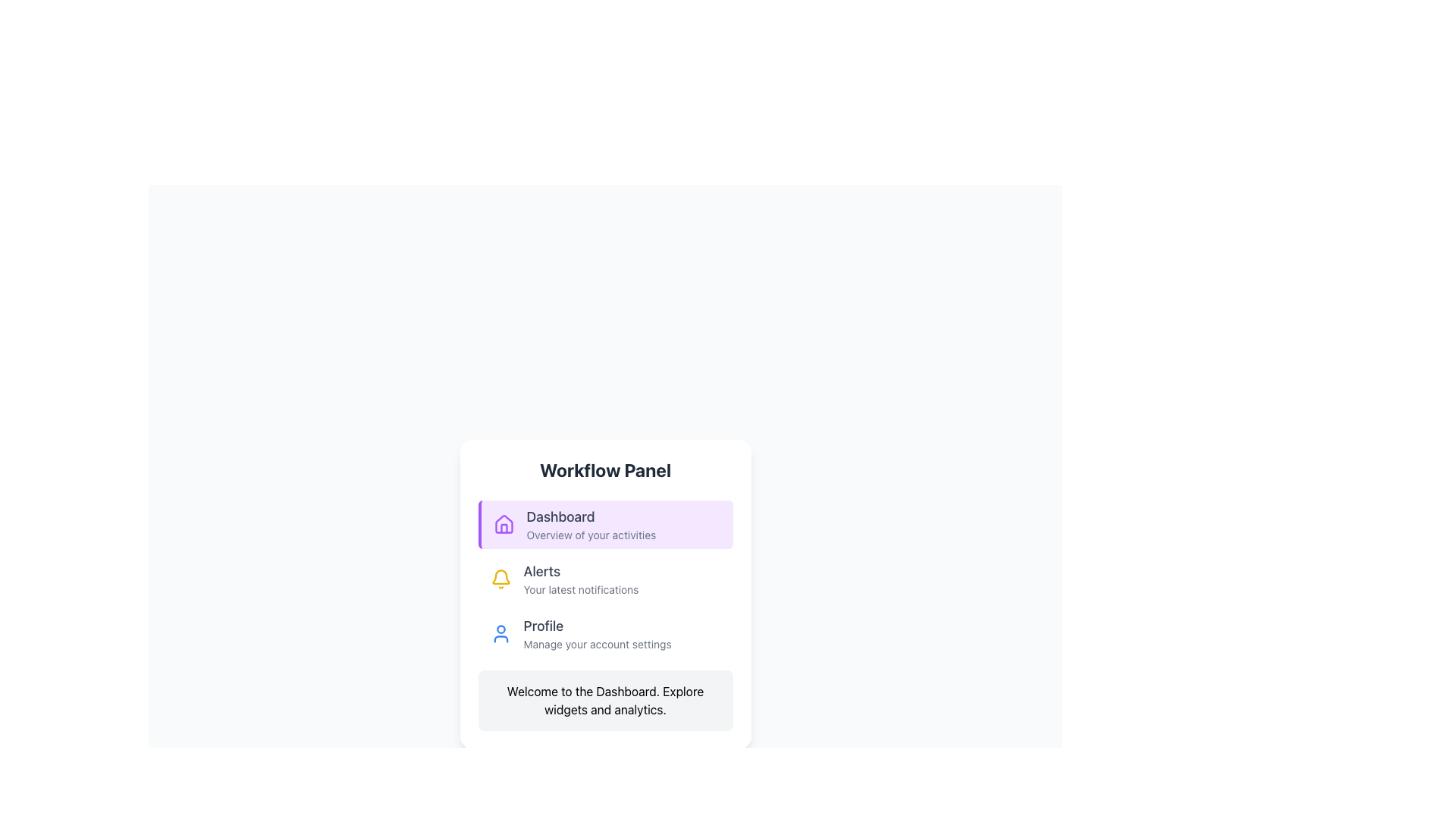 The image size is (1456, 819). I want to click on the Text Block that says 'Welcome to the Dashboard. Explore widgets and analytics.' located at the bottom of the 'Workflow Panel' section, so click(604, 701).